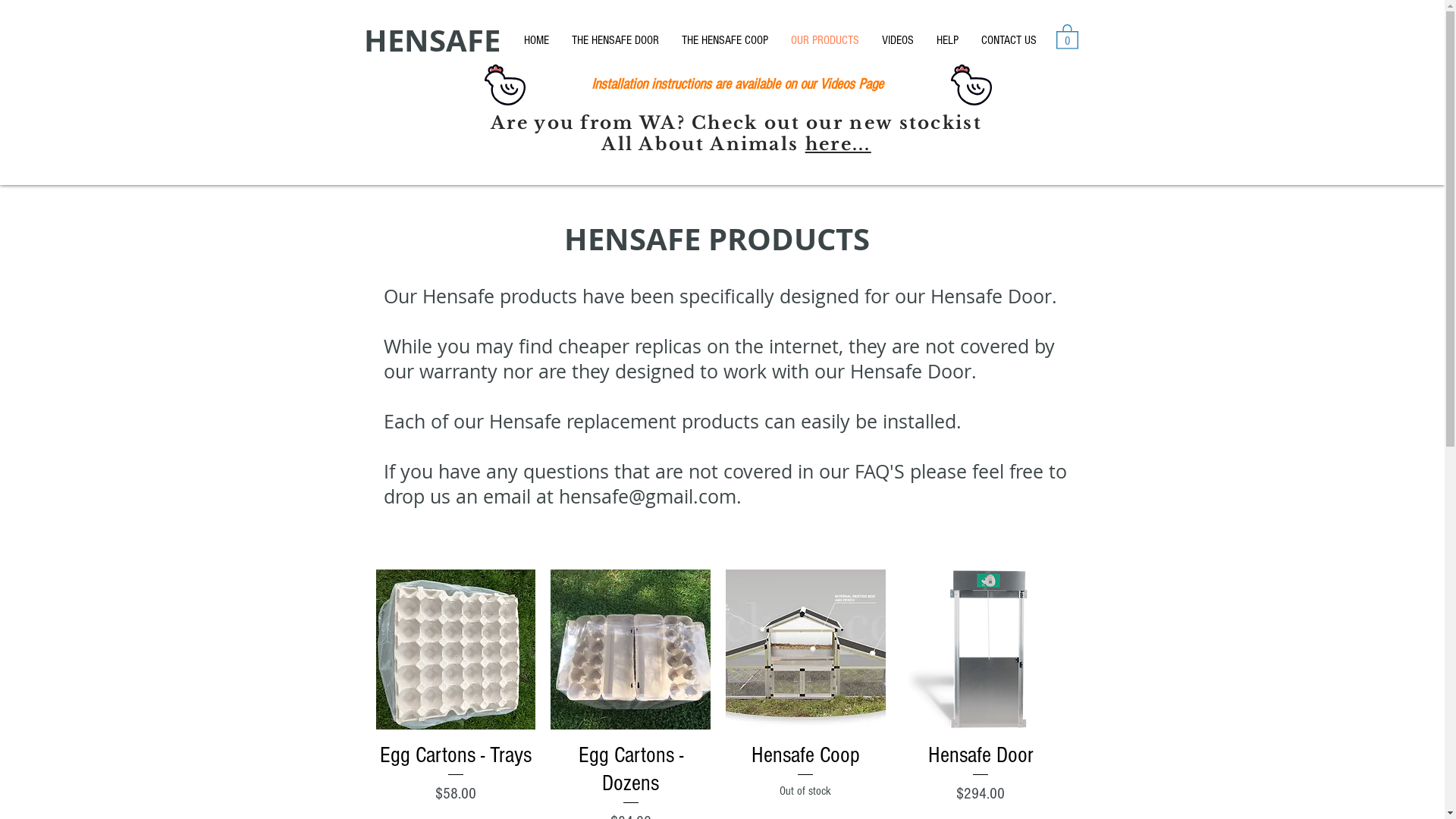 This screenshot has width=1456, height=819. I want to click on 'OUR PRODUCTS', so click(824, 39).